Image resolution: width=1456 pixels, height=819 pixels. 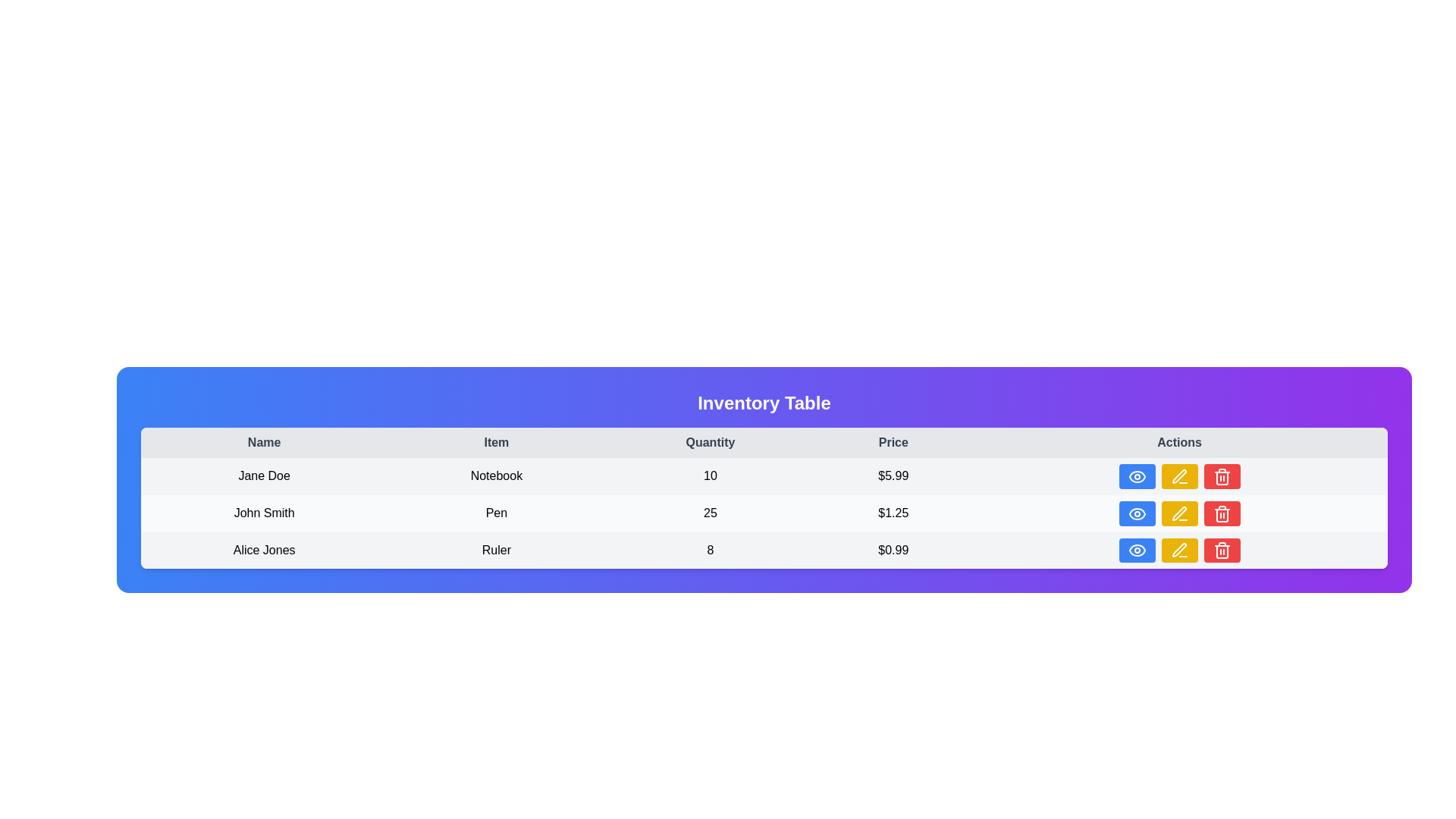 What do you see at coordinates (709, 475) in the screenshot?
I see `on the text field displaying '10' in the 'Quantity' column under the entry 'Jane Doe'` at bounding box center [709, 475].